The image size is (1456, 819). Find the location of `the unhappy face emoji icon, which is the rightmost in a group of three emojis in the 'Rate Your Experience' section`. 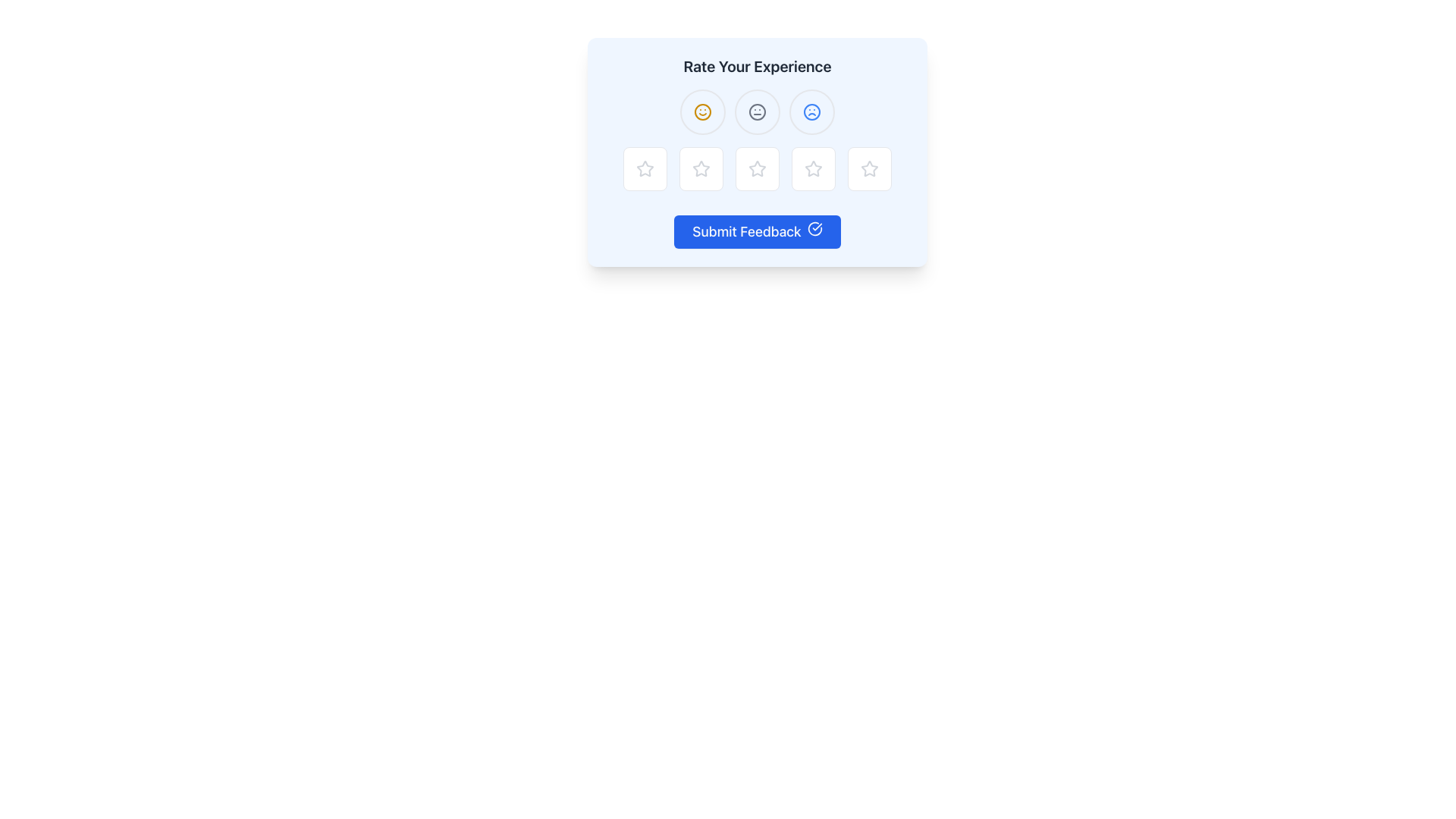

the unhappy face emoji icon, which is the rightmost in a group of three emojis in the 'Rate Your Experience' section is located at coordinates (811, 111).